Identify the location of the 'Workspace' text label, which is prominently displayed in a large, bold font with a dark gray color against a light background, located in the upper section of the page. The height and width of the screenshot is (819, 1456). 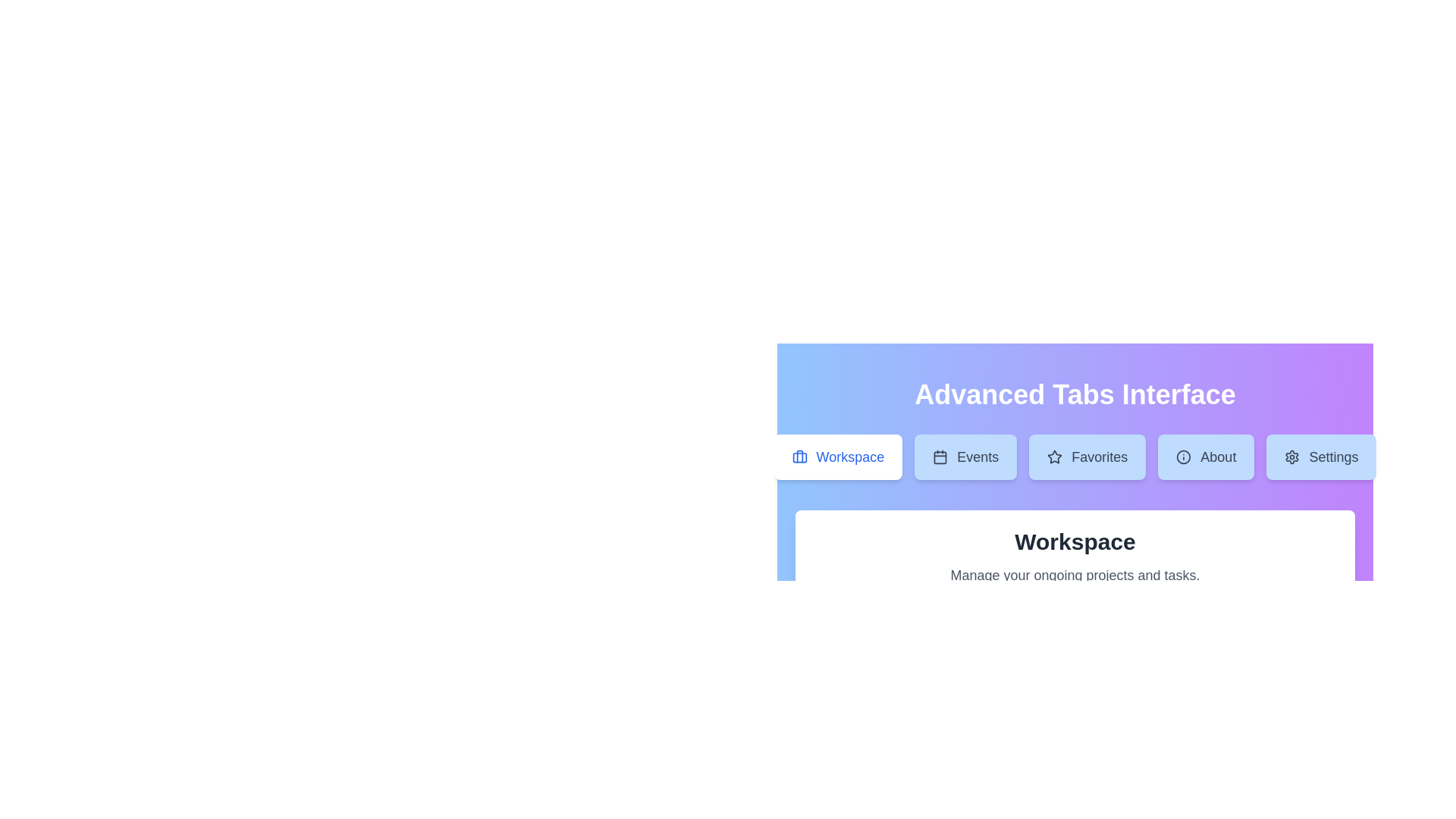
(1074, 541).